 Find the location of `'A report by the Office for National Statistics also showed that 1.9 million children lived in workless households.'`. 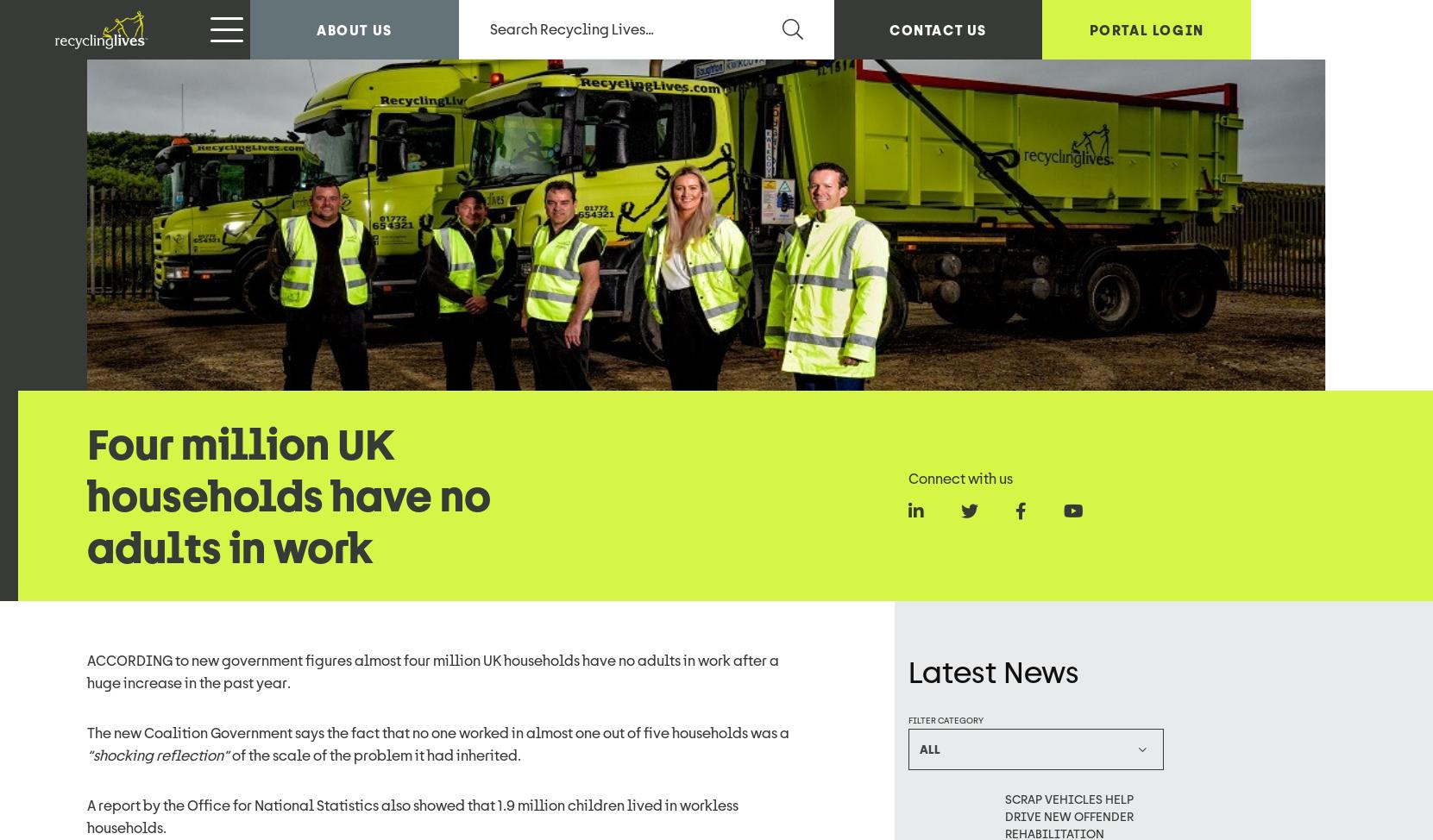

'A report by the Office for National Statistics also showed that 1.9 million children lived in workless households.' is located at coordinates (412, 47).